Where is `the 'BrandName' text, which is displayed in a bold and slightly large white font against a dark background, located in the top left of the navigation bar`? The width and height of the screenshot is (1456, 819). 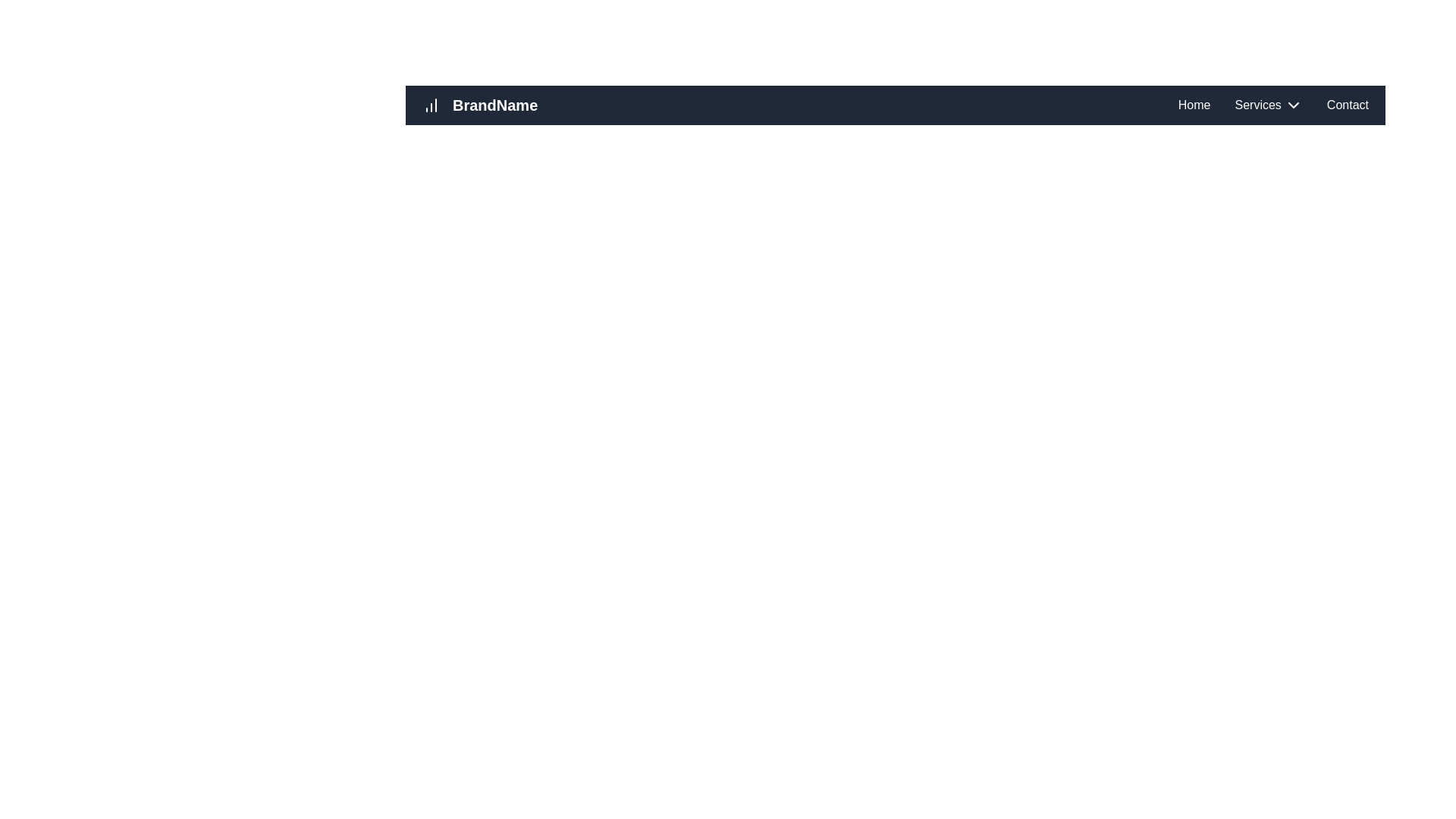
the 'BrandName' text, which is displayed in a bold and slightly large white font against a dark background, located in the top left of the navigation bar is located at coordinates (494, 104).